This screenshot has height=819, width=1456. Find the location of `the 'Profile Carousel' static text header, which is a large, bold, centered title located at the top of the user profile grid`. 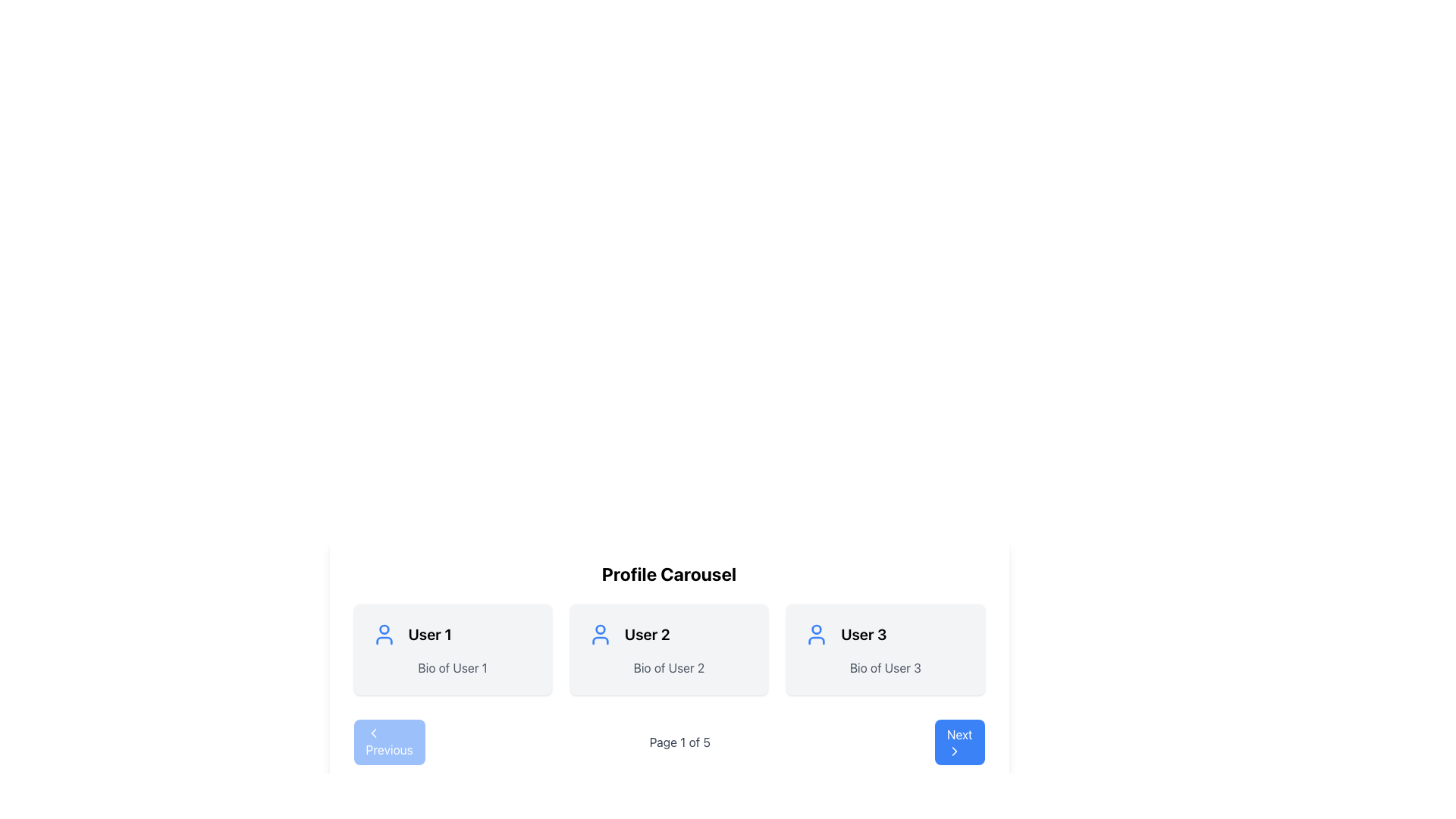

the 'Profile Carousel' static text header, which is a large, bold, centered title located at the top of the user profile grid is located at coordinates (668, 573).